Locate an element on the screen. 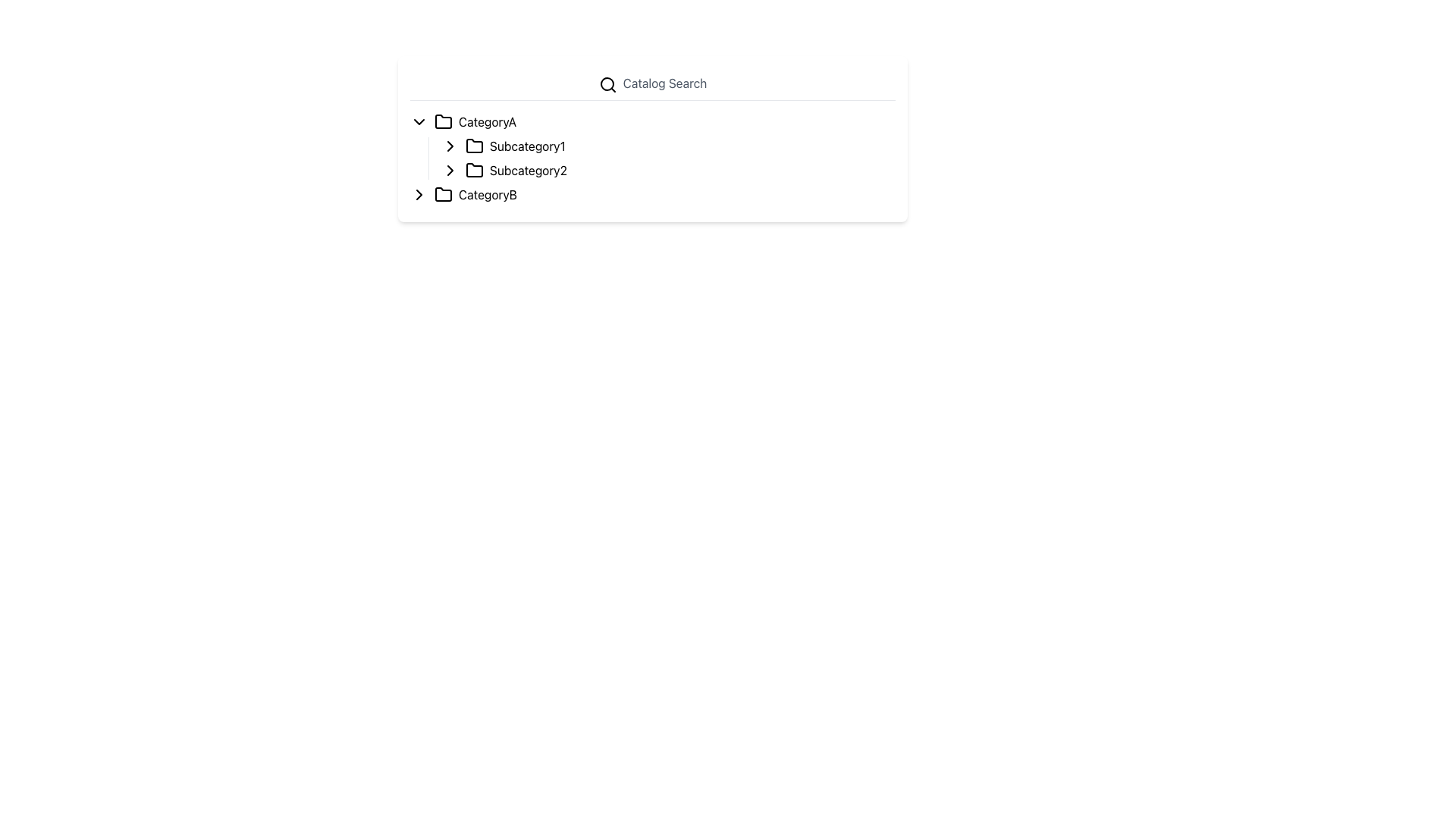  the circular component of the search icon, which represents the lens of a magnifying glass, located next to the text 'Catalog Search' is located at coordinates (607, 83).